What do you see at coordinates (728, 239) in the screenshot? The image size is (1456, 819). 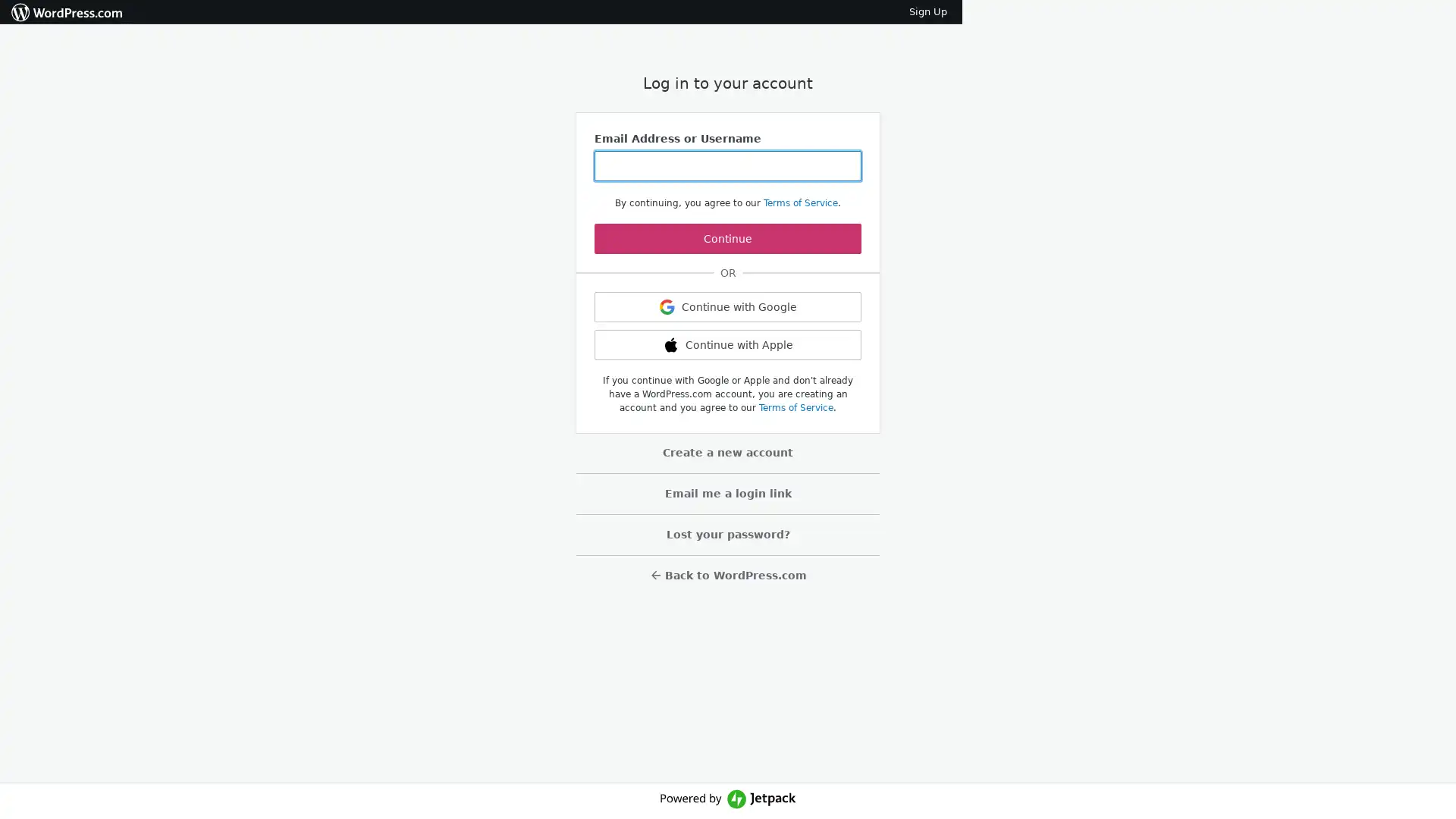 I see `Continue` at bounding box center [728, 239].